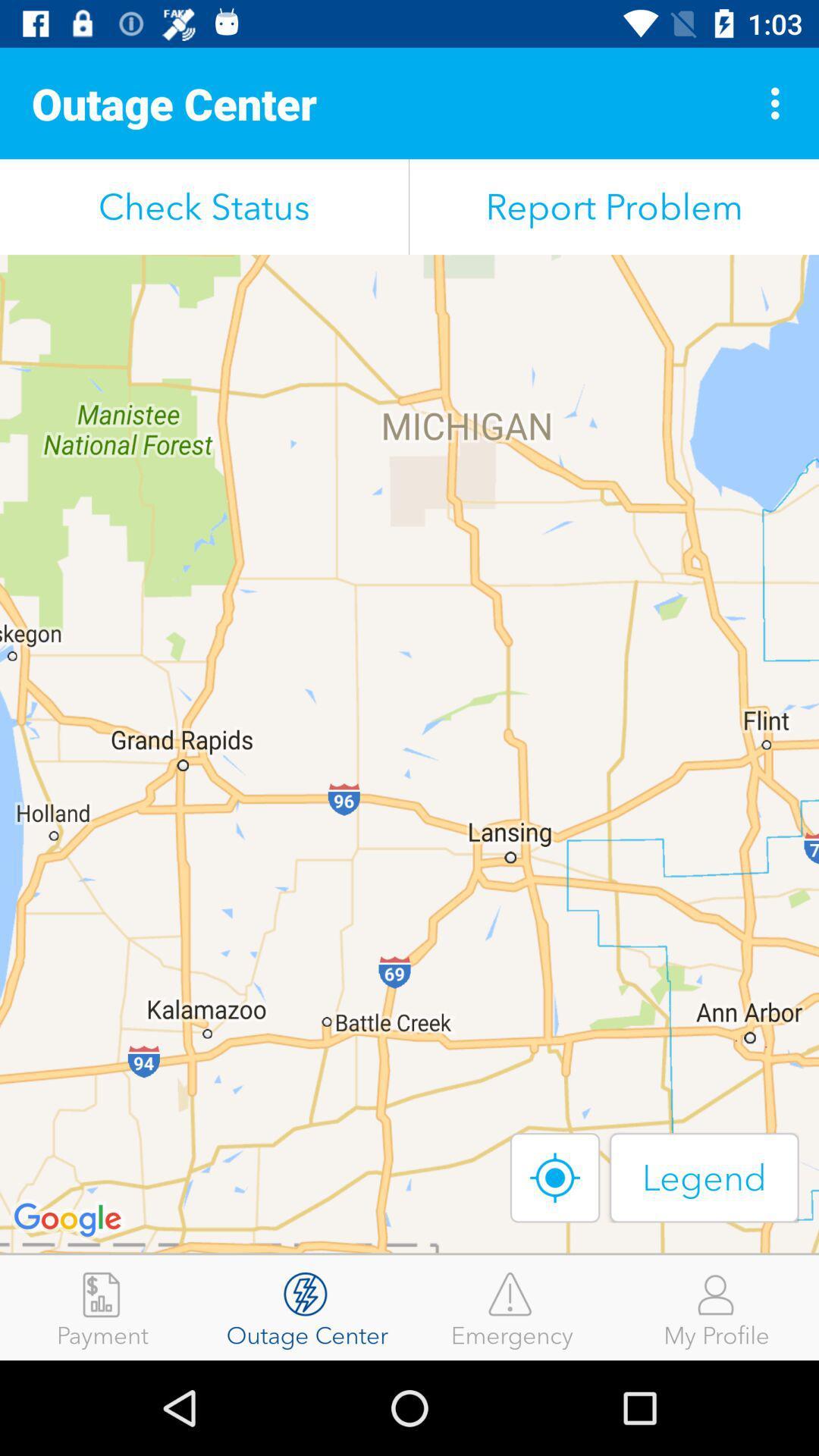  What do you see at coordinates (717, 1307) in the screenshot?
I see `item next to emergency` at bounding box center [717, 1307].